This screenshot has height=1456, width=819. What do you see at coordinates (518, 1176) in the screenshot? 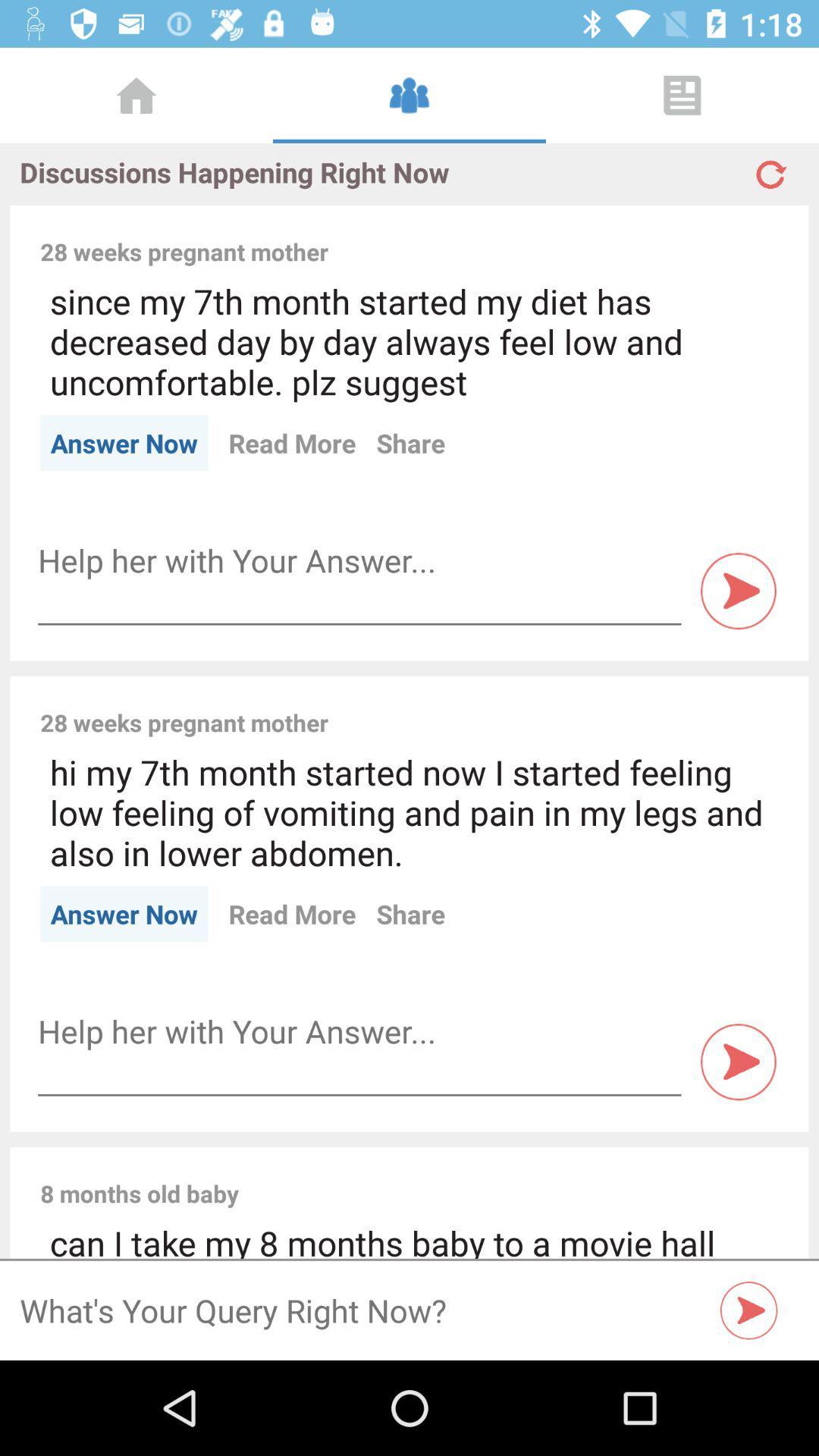
I see `the item to the right of 8 months old item` at bounding box center [518, 1176].